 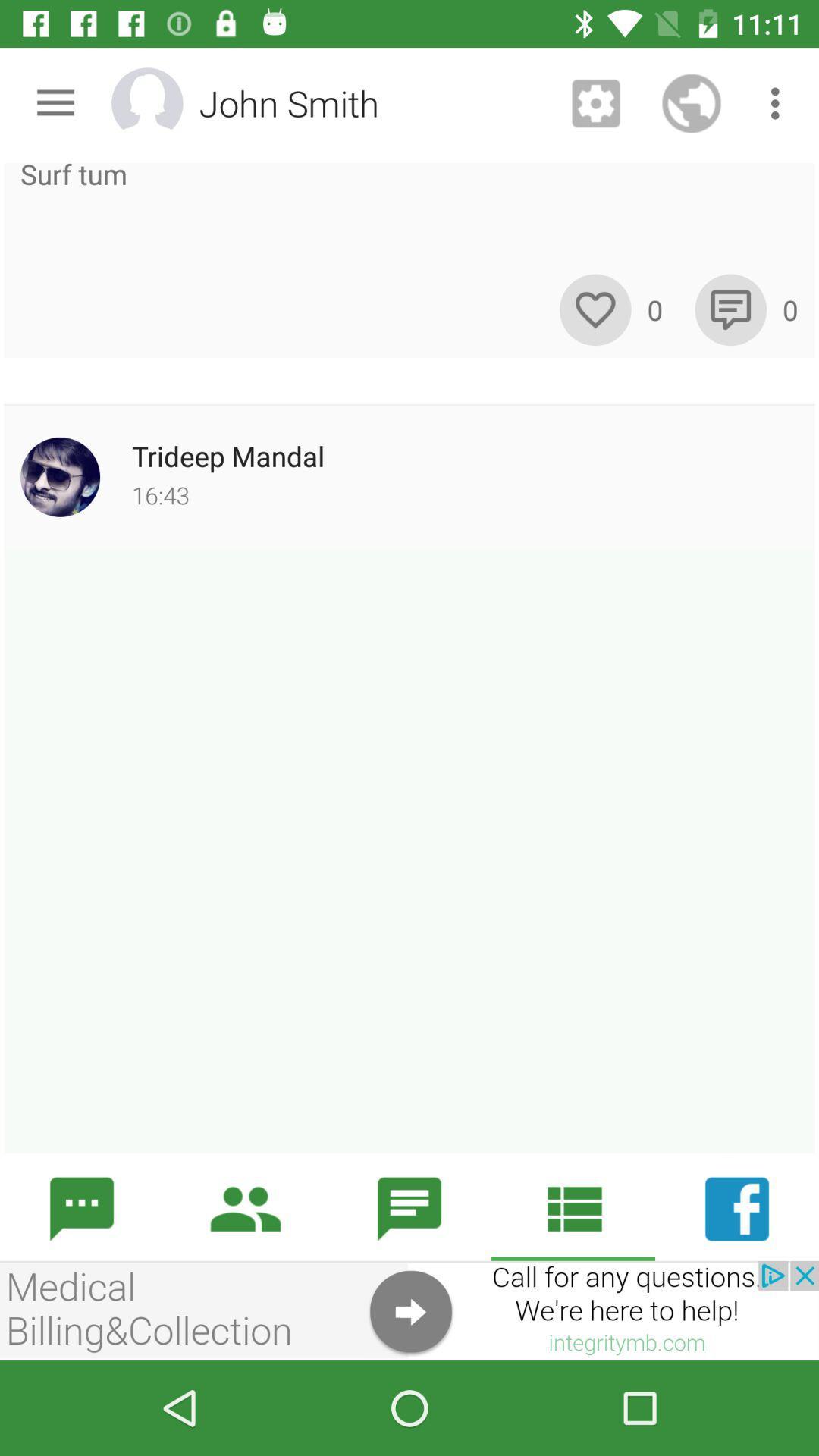 I want to click on advertisement, so click(x=409, y=1310).